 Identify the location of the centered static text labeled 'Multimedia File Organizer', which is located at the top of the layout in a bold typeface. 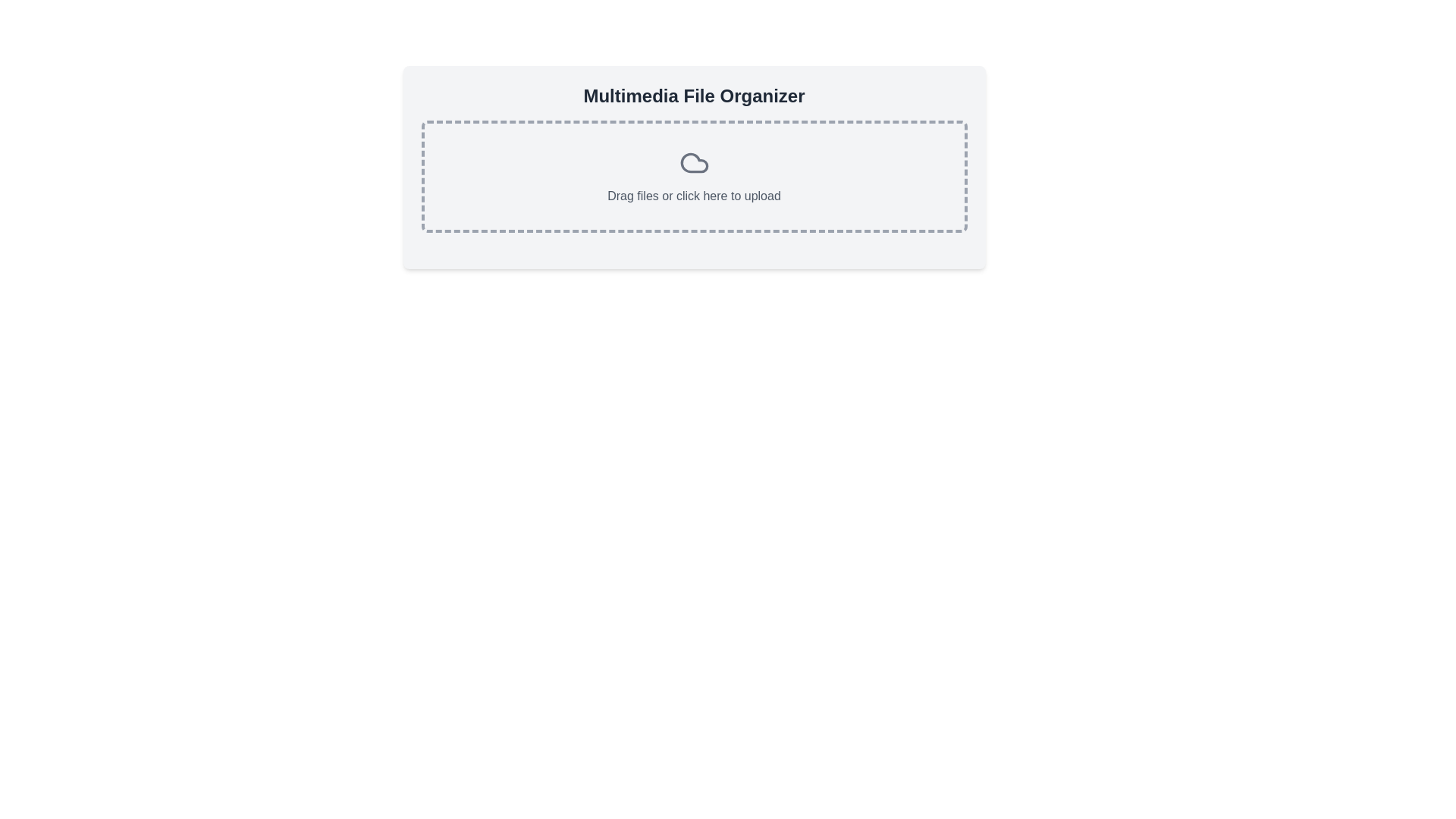
(693, 96).